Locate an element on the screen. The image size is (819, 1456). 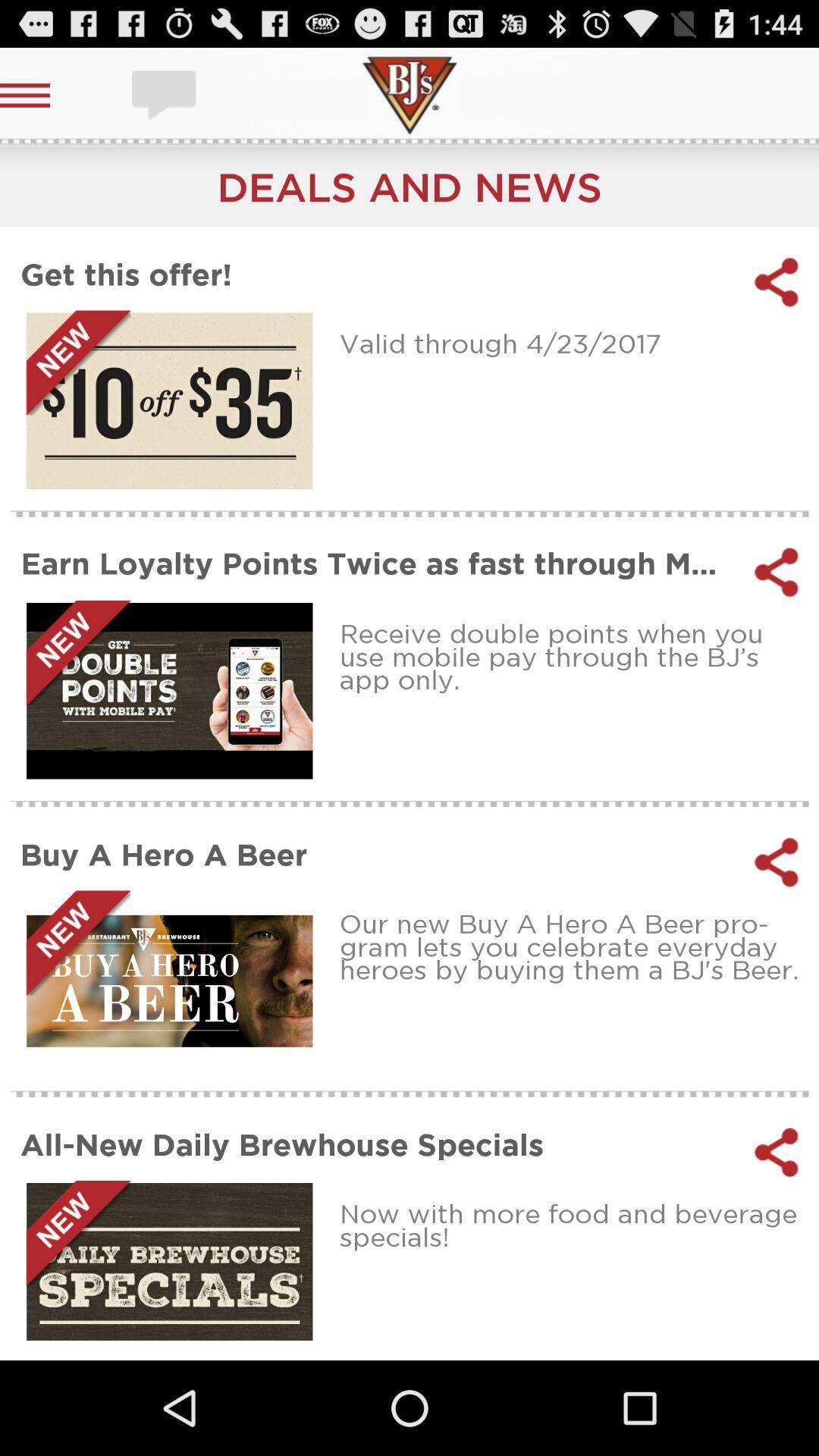
valid through 4 icon is located at coordinates (574, 342).